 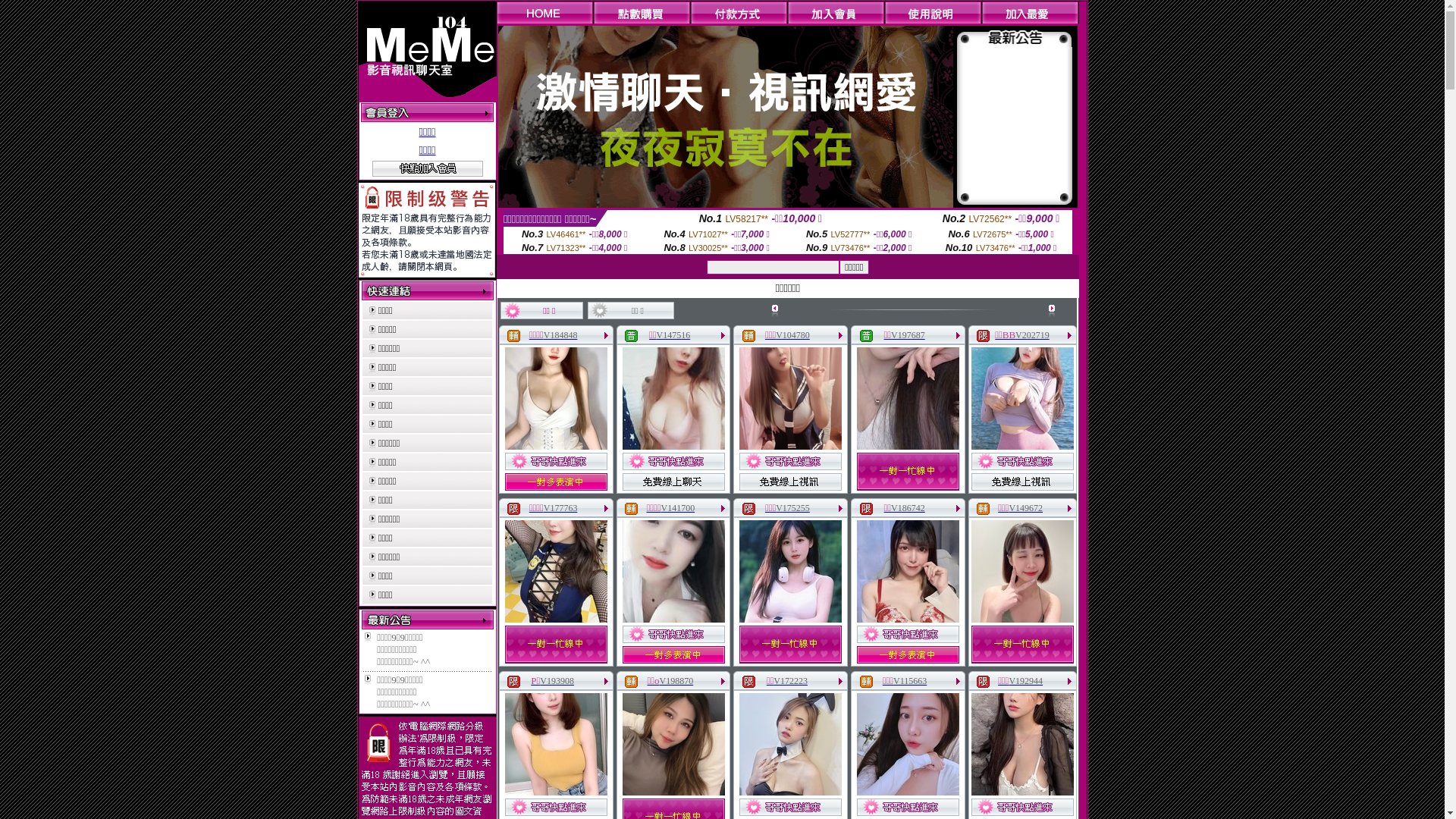 I want to click on 'V115663', so click(x=910, y=680).